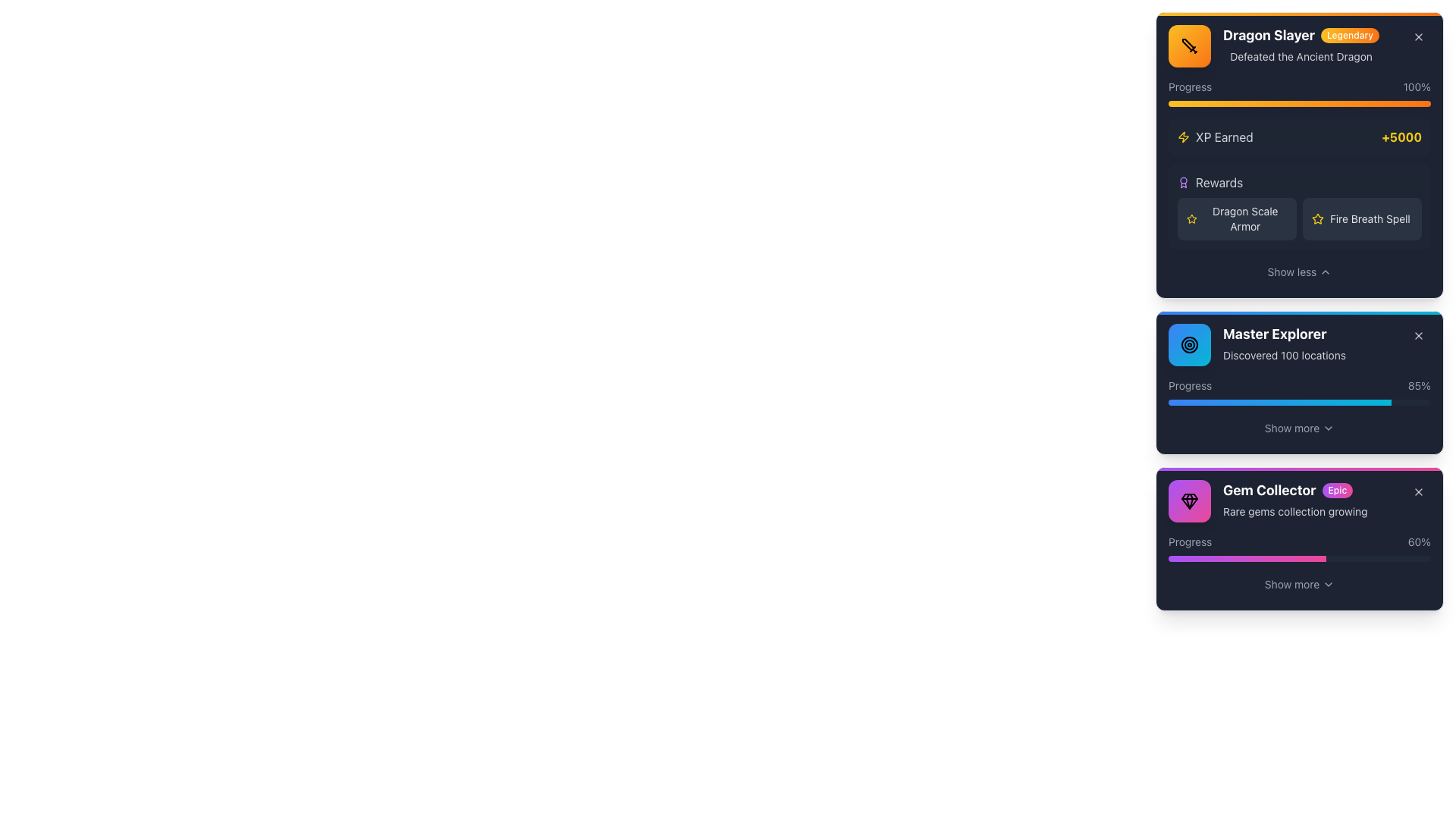 This screenshot has width=1456, height=819. Describe the element at coordinates (1418, 491) in the screenshot. I see `the 'X' icon button in the top-right corner of the 'Gem Collector' section` at that location.